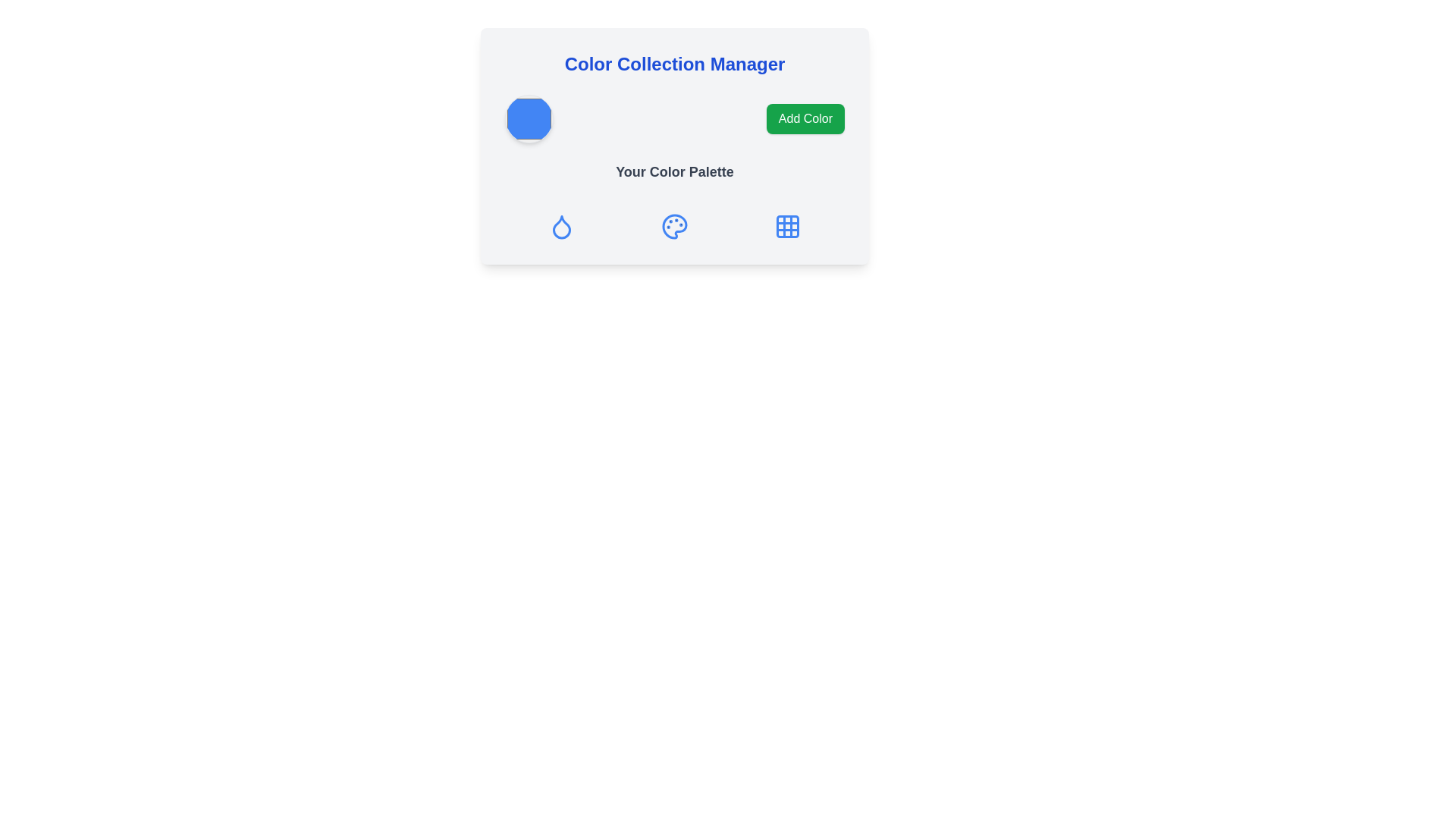 The image size is (1456, 819). I want to click on static text label that says 'Your Color Palette', which is bold and dark gray, centered below the header section of the interface, so click(673, 171).